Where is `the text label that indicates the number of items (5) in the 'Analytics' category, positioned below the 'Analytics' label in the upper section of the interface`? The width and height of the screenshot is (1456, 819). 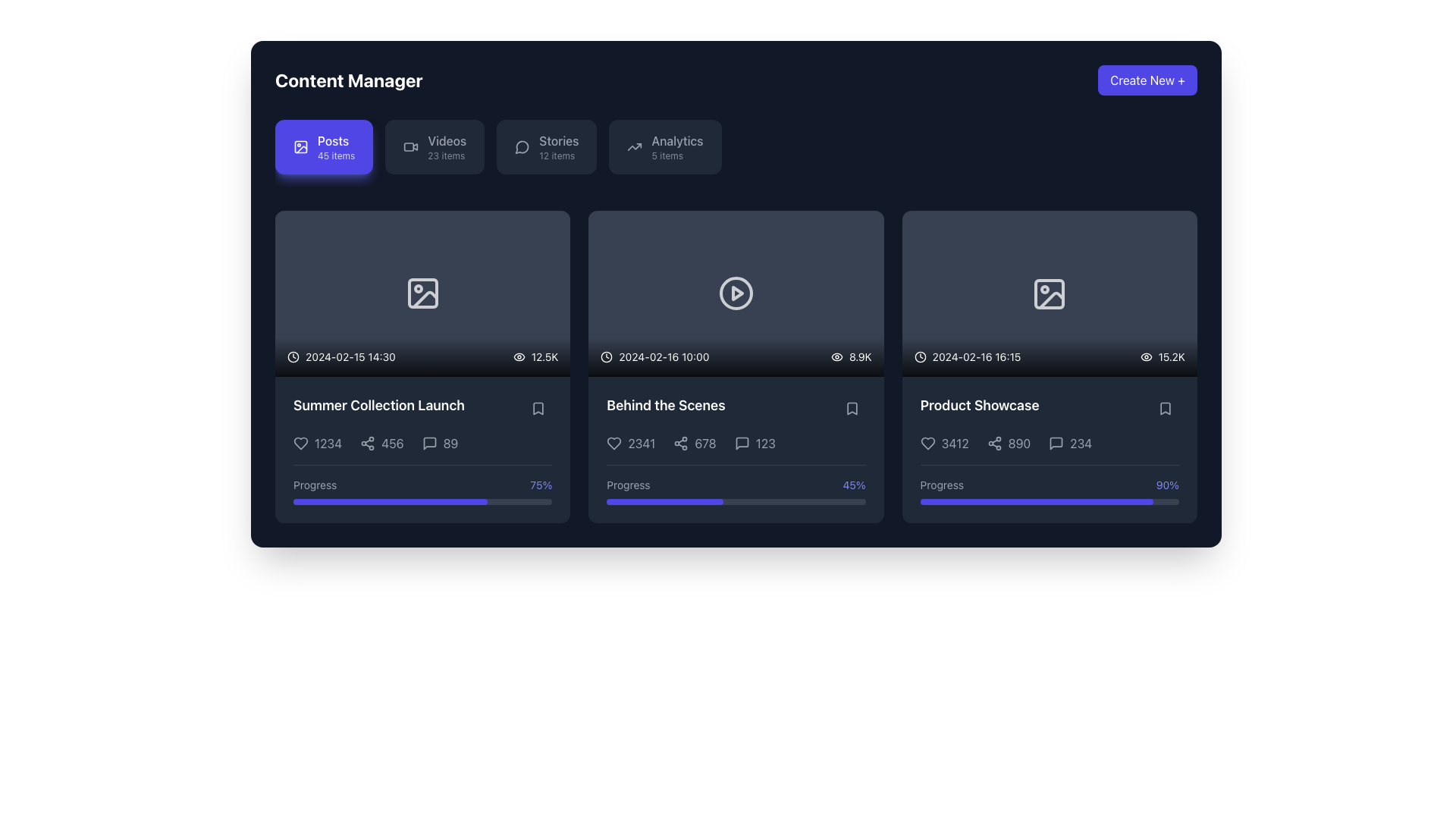
the text label that indicates the number of items (5) in the 'Analytics' category, positioned below the 'Analytics' label in the upper section of the interface is located at coordinates (667, 155).